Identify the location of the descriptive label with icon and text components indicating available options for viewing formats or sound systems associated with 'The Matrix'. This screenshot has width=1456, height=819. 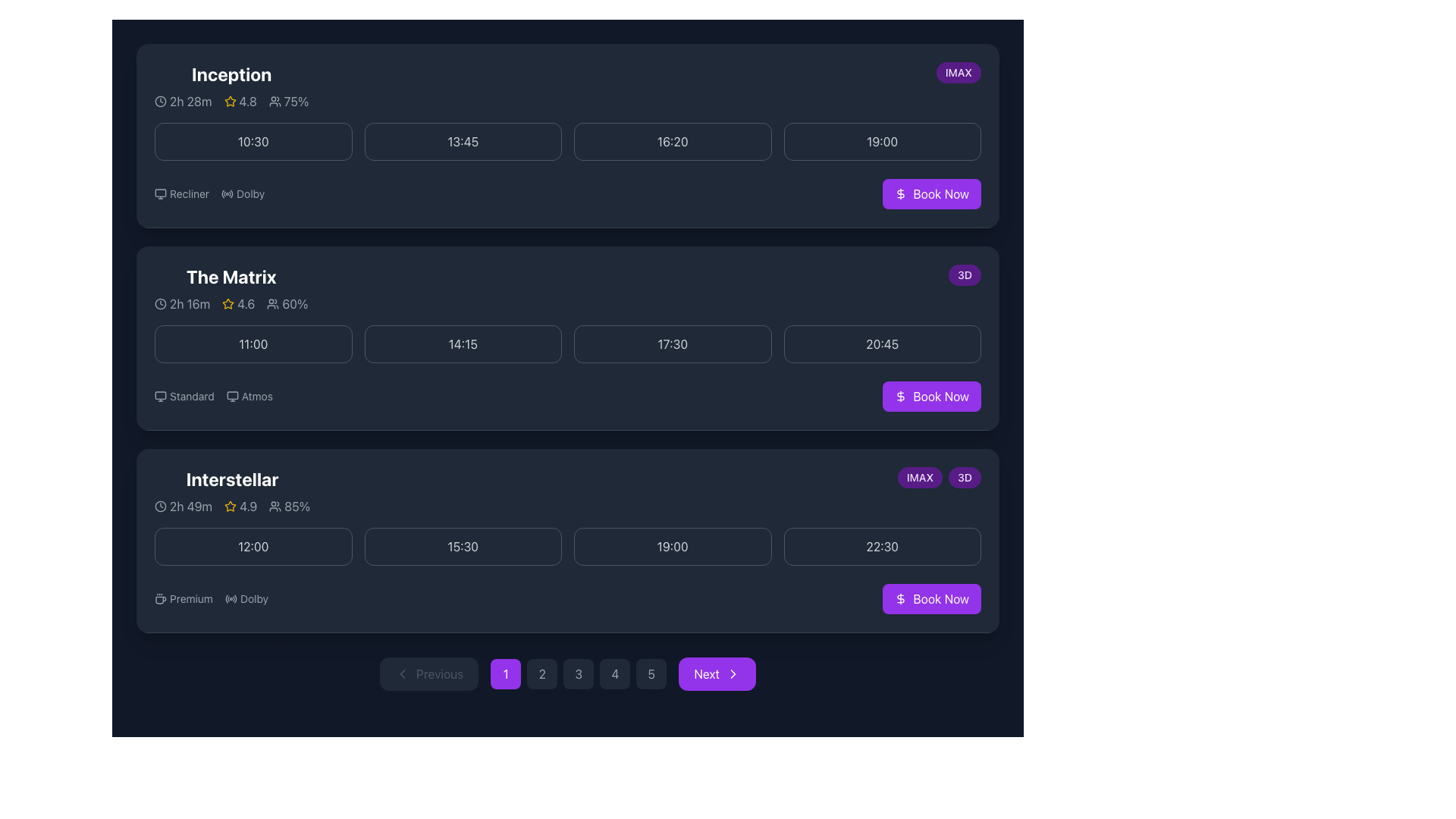
(212, 396).